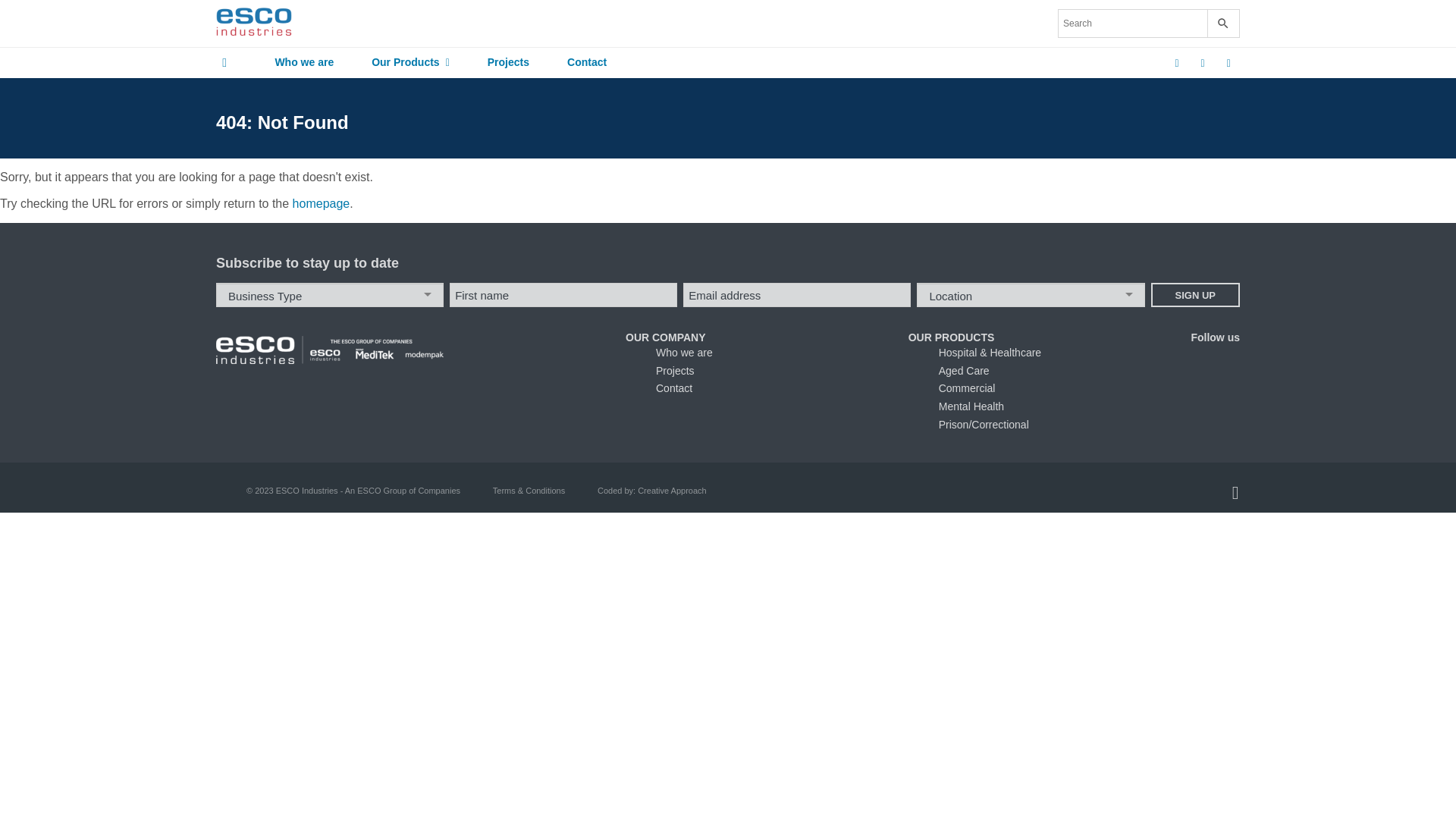 The image size is (1456, 819). I want to click on 'Terms & Conditions', so click(492, 491).